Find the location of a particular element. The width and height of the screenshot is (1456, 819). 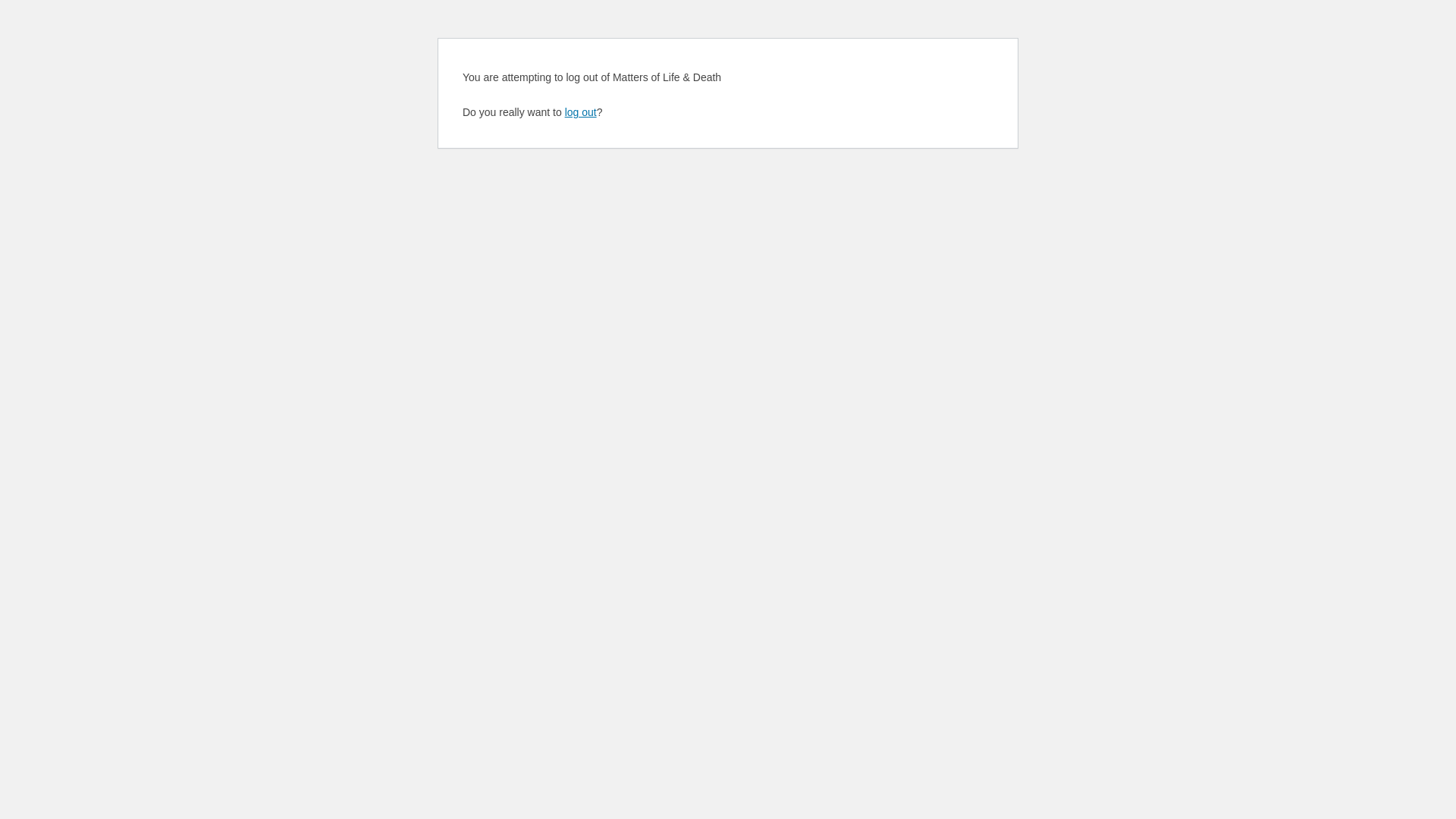

'log out' is located at coordinates (580, 111).